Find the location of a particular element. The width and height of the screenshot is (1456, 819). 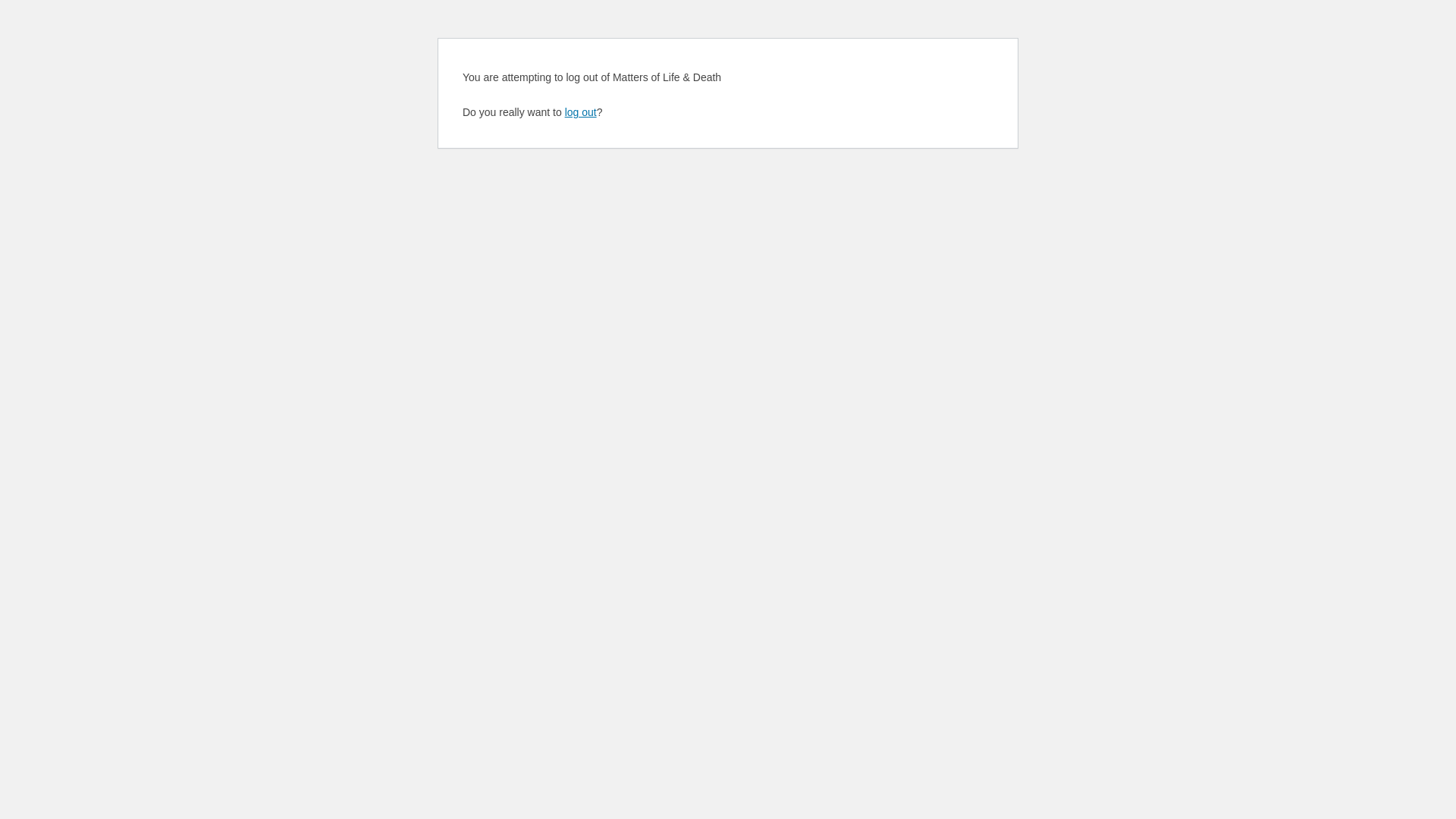

'log out' is located at coordinates (580, 111).